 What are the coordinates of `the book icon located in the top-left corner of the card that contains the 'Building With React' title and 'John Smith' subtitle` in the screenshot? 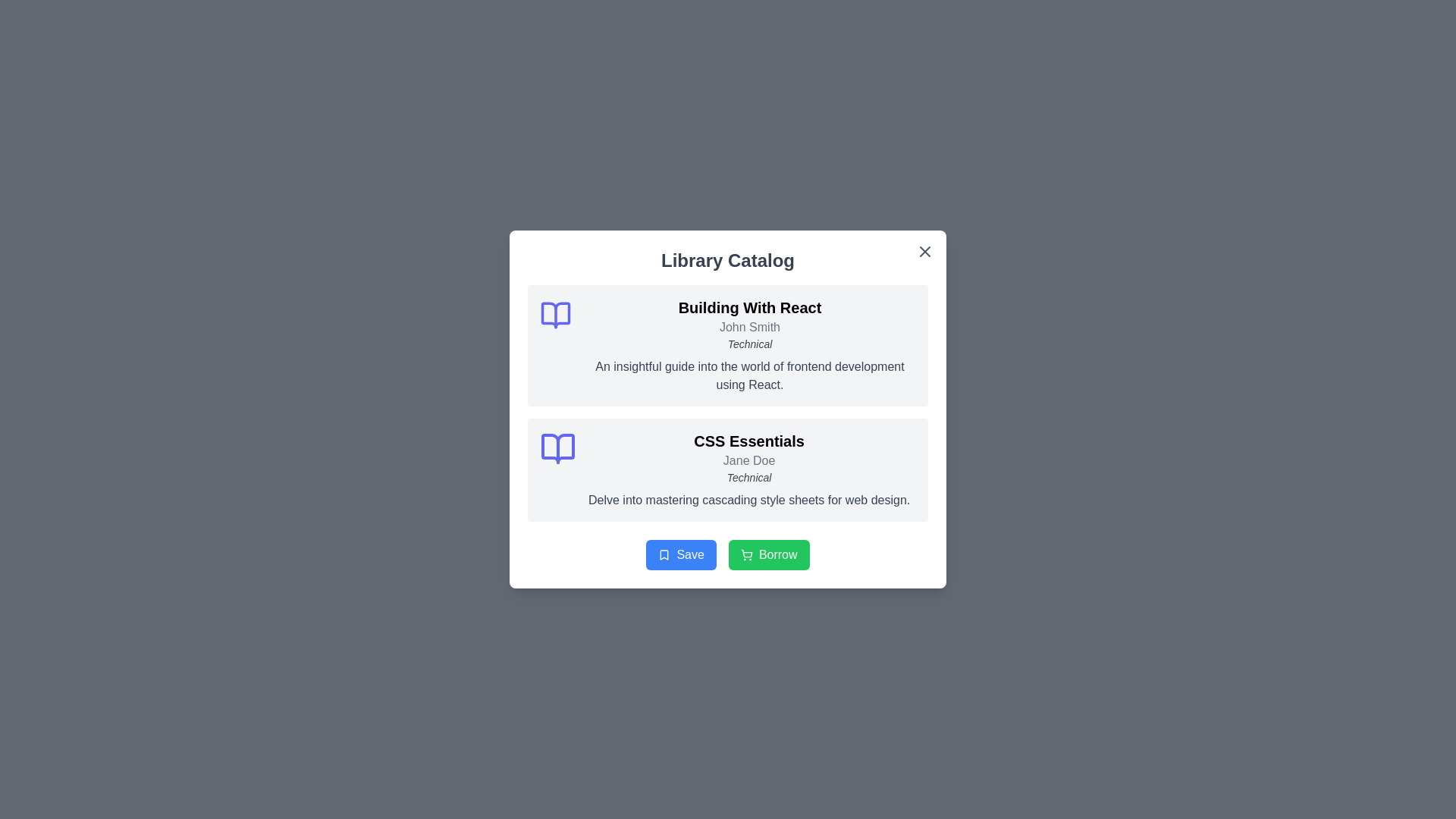 It's located at (555, 315).